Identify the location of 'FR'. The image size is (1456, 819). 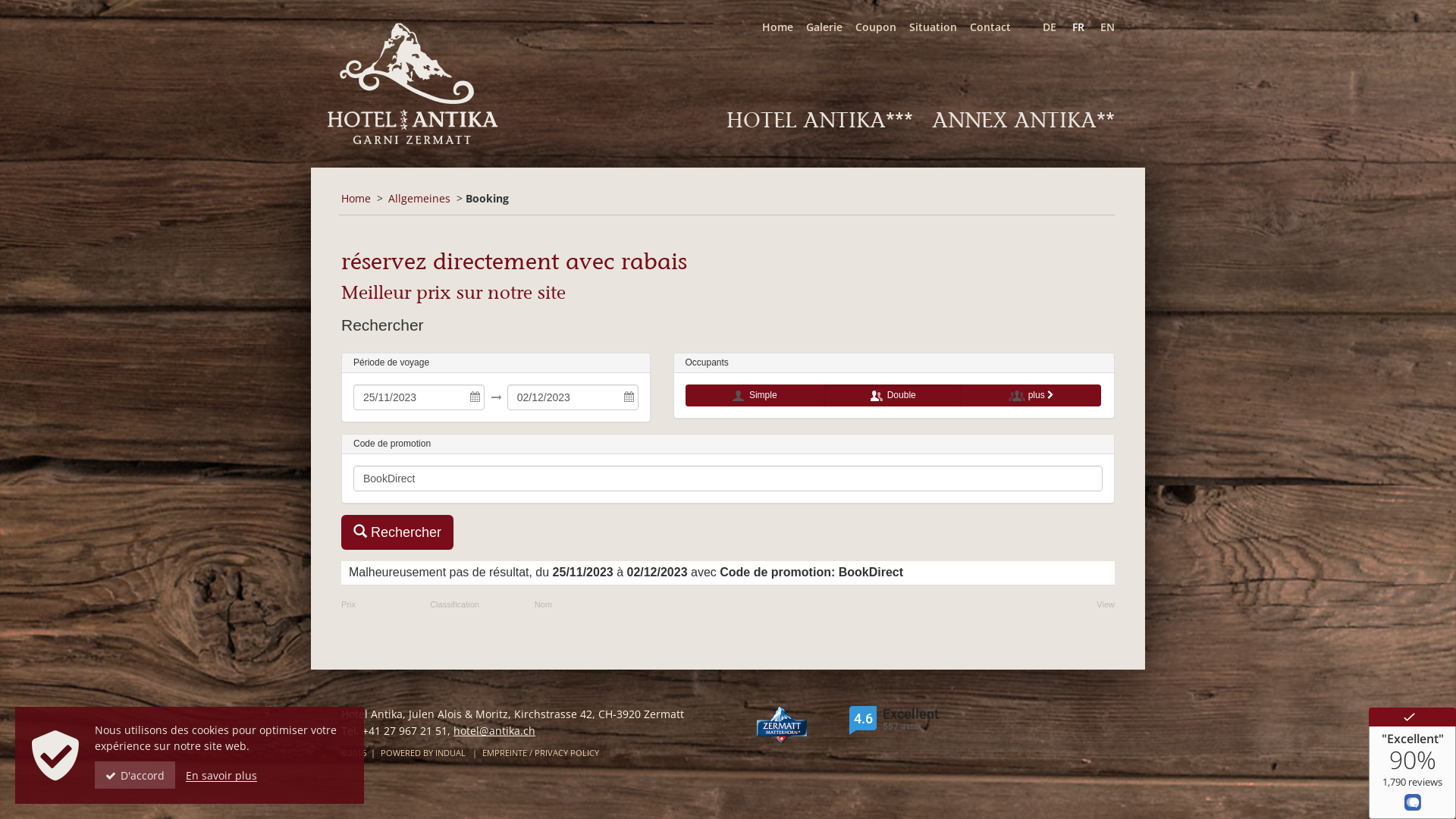
(1071, 27).